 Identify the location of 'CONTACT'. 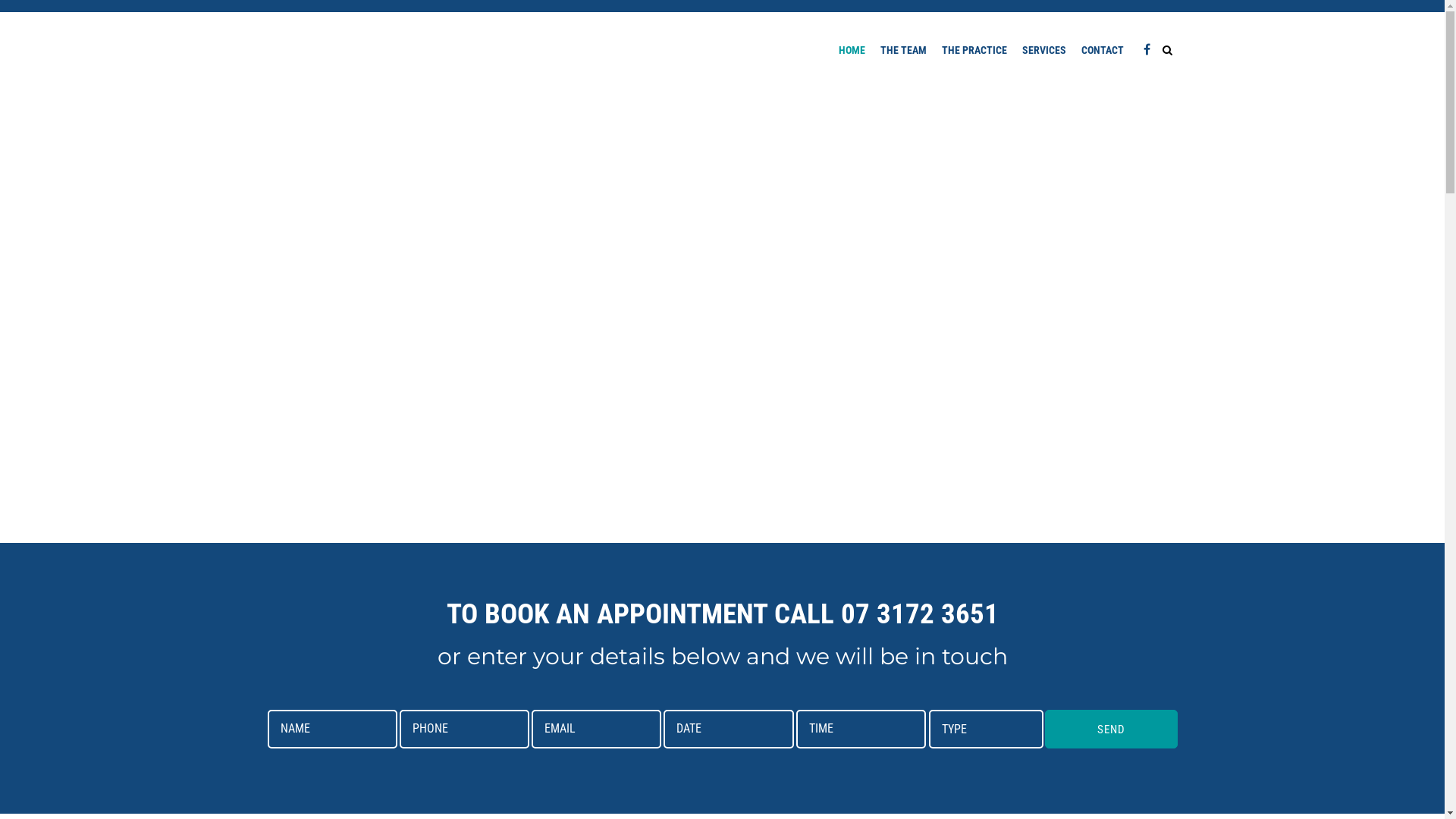
(1103, 49).